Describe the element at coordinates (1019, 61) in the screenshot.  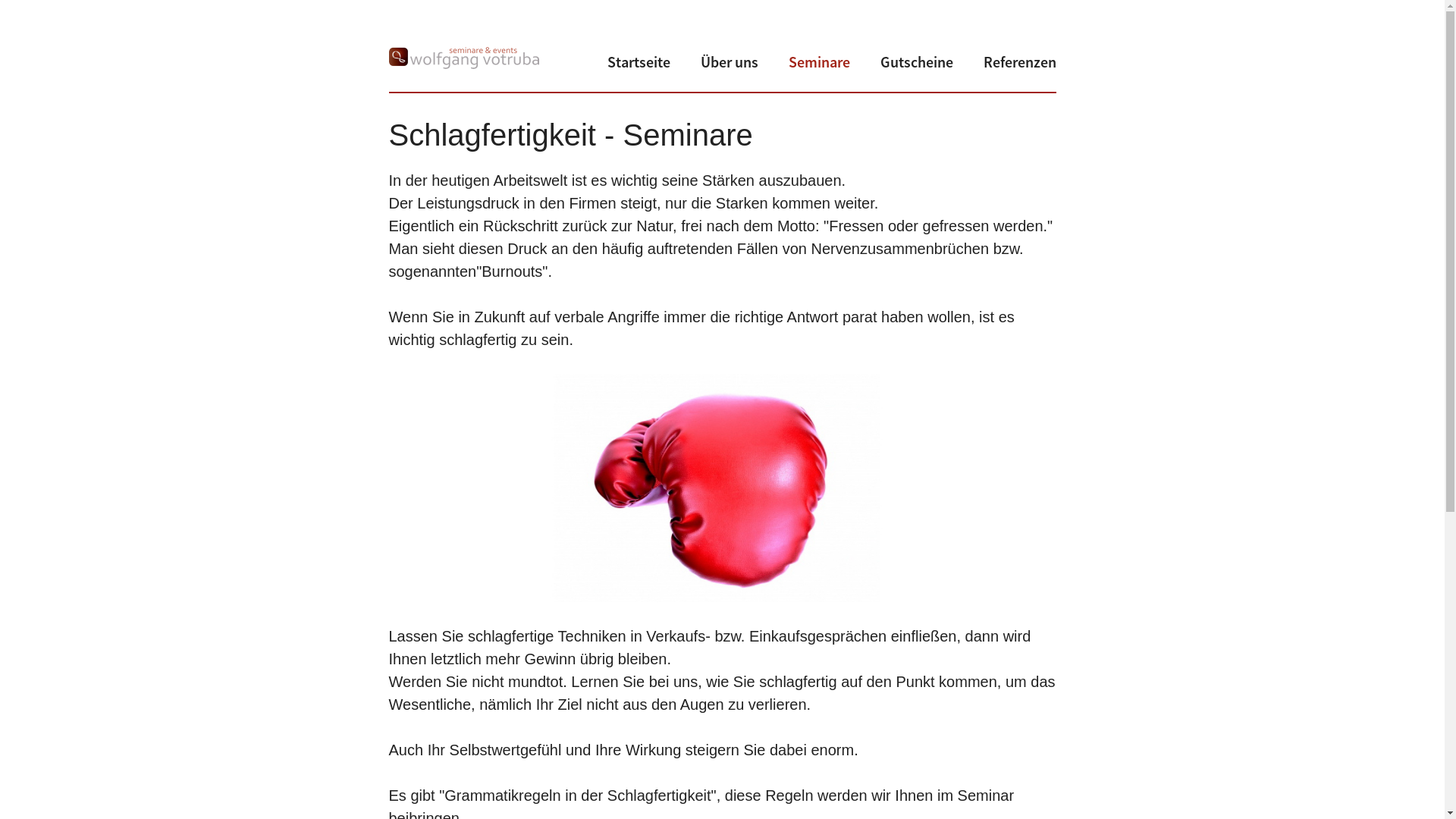
I see `'Referenzen'` at that location.